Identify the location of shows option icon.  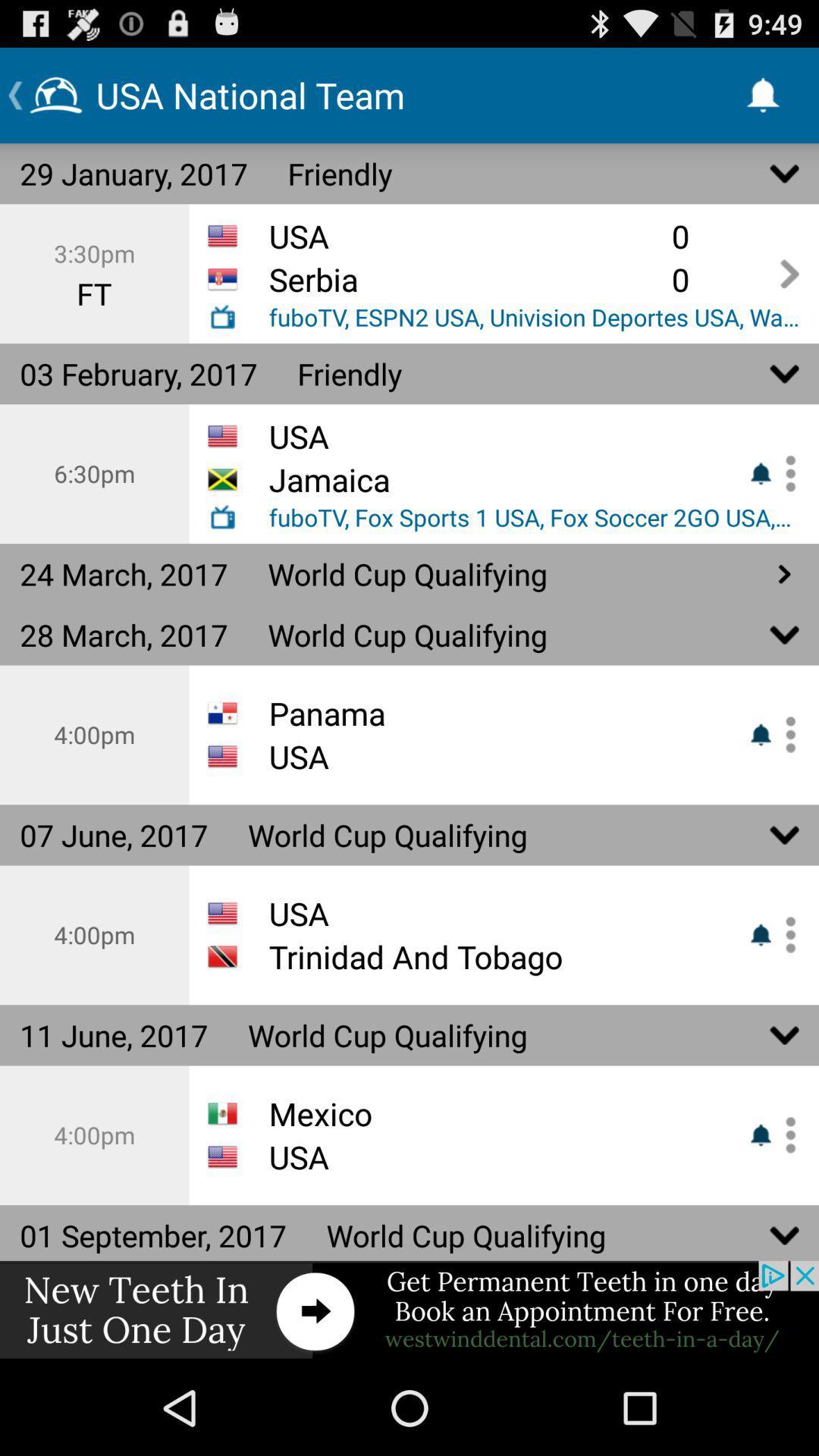
(785, 735).